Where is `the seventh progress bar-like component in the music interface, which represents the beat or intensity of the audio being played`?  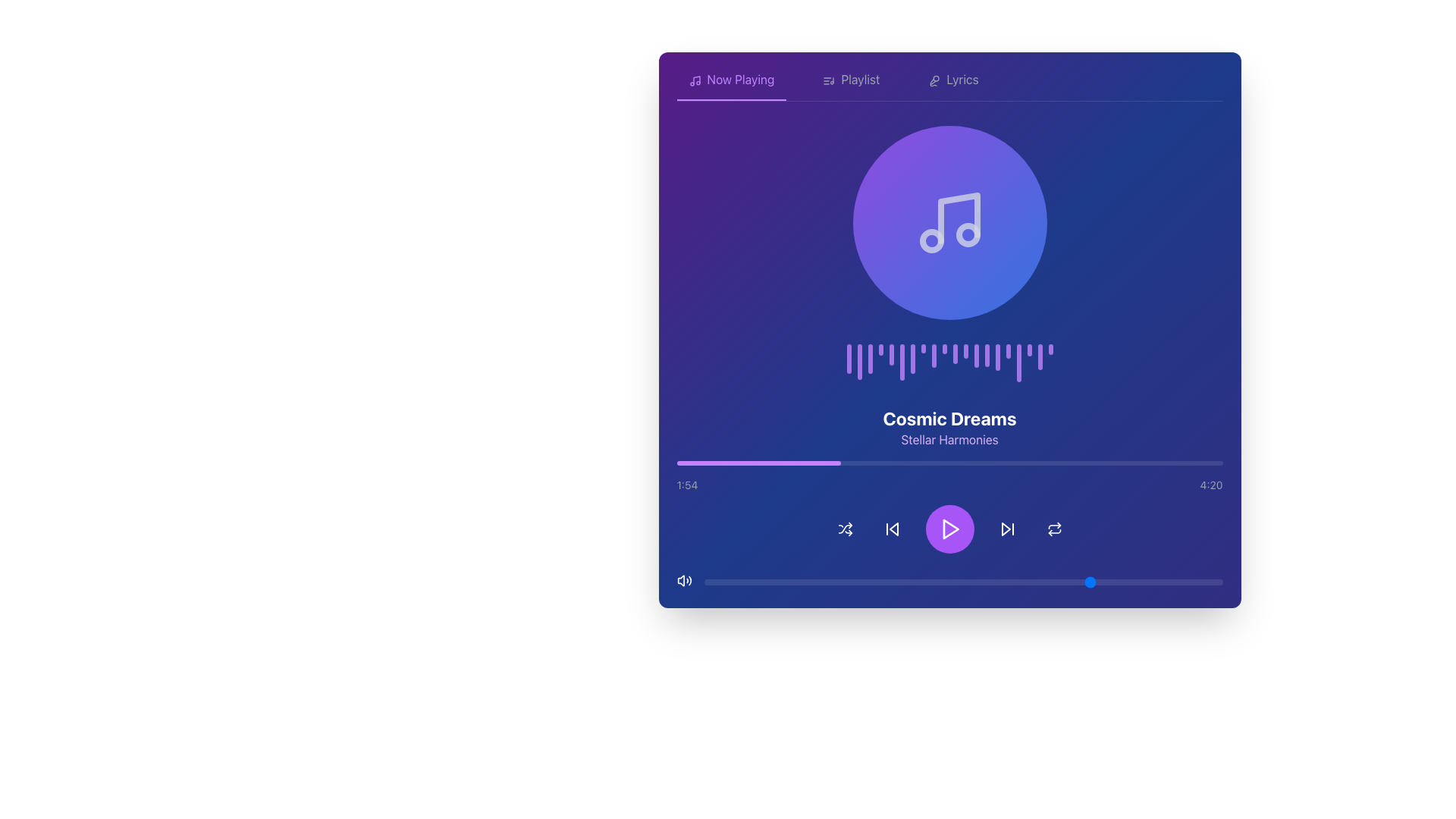 the seventh progress bar-like component in the music interface, which represents the beat or intensity of the audio being played is located at coordinates (912, 359).